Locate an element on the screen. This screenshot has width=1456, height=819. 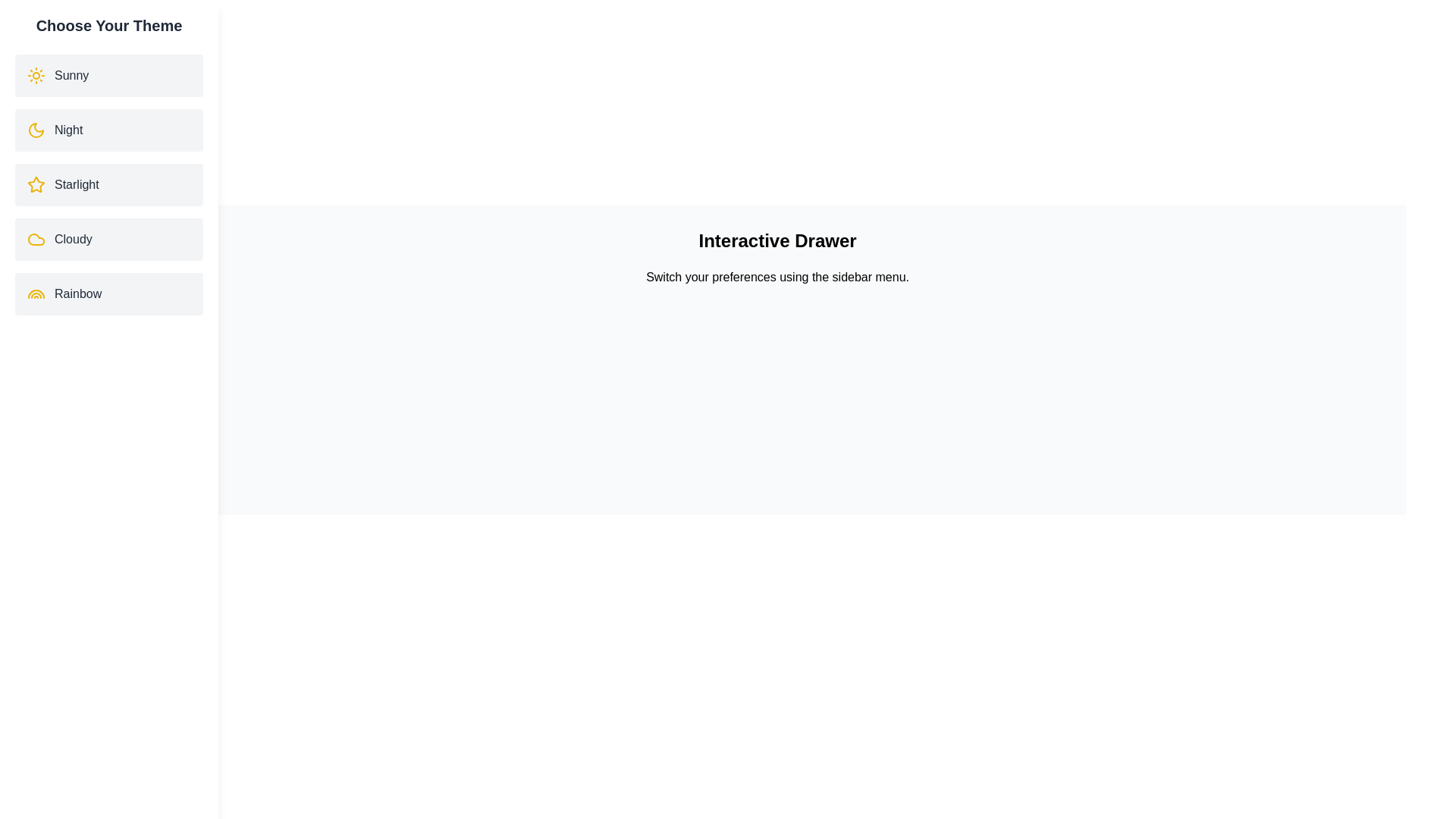
the theme Cloudy by clicking on its corresponding list item is located at coordinates (108, 239).